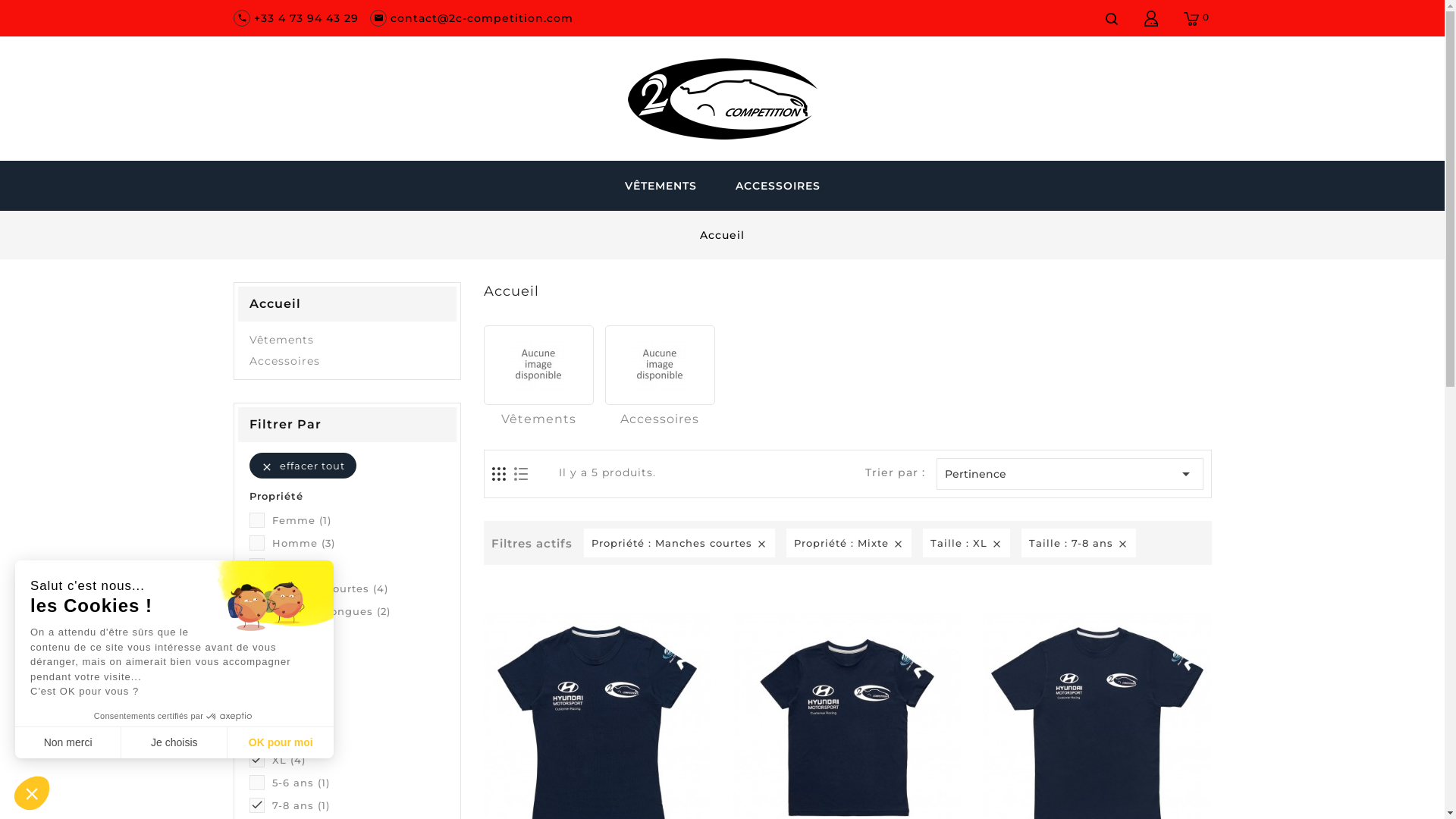  What do you see at coordinates (280, 742) in the screenshot?
I see `'OK pour moi'` at bounding box center [280, 742].